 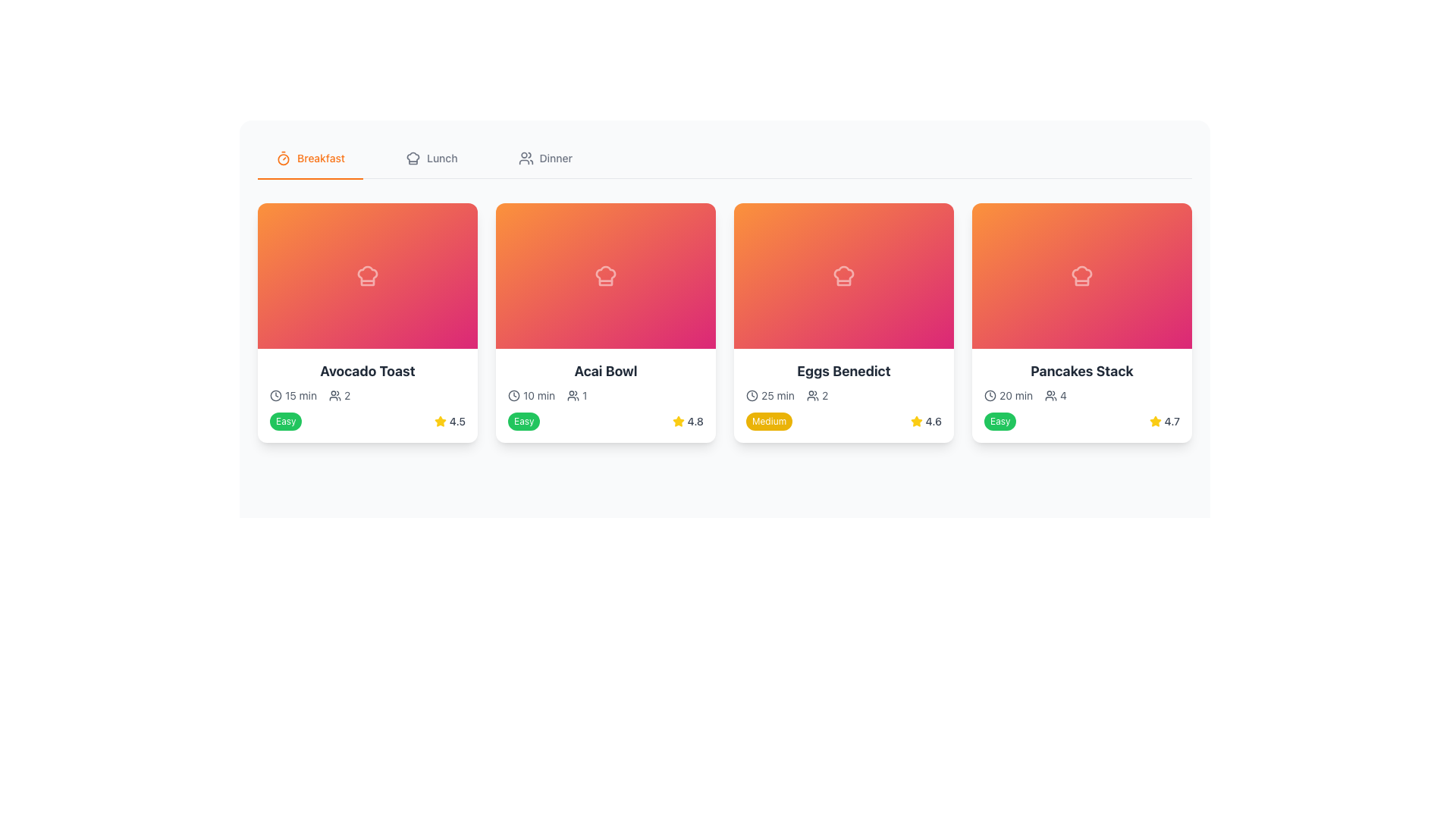 I want to click on numeric rating value displayed as '4.6' in the text label immediately following the star icon in the third card of the grid for the 'Eggs Benedict' item, so click(x=933, y=421).